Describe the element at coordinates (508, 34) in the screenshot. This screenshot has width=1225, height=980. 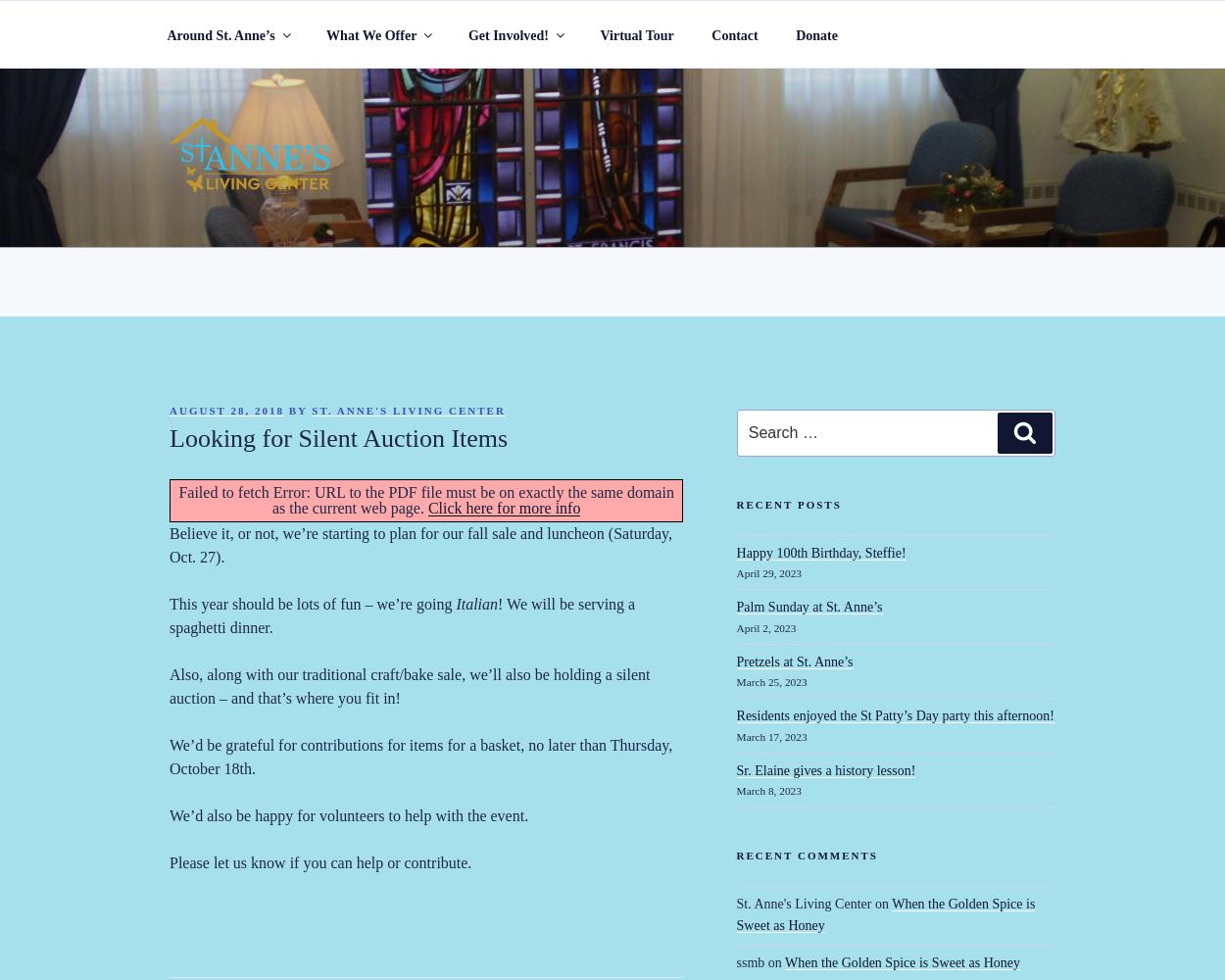
I see `'Get Involved!'` at that location.